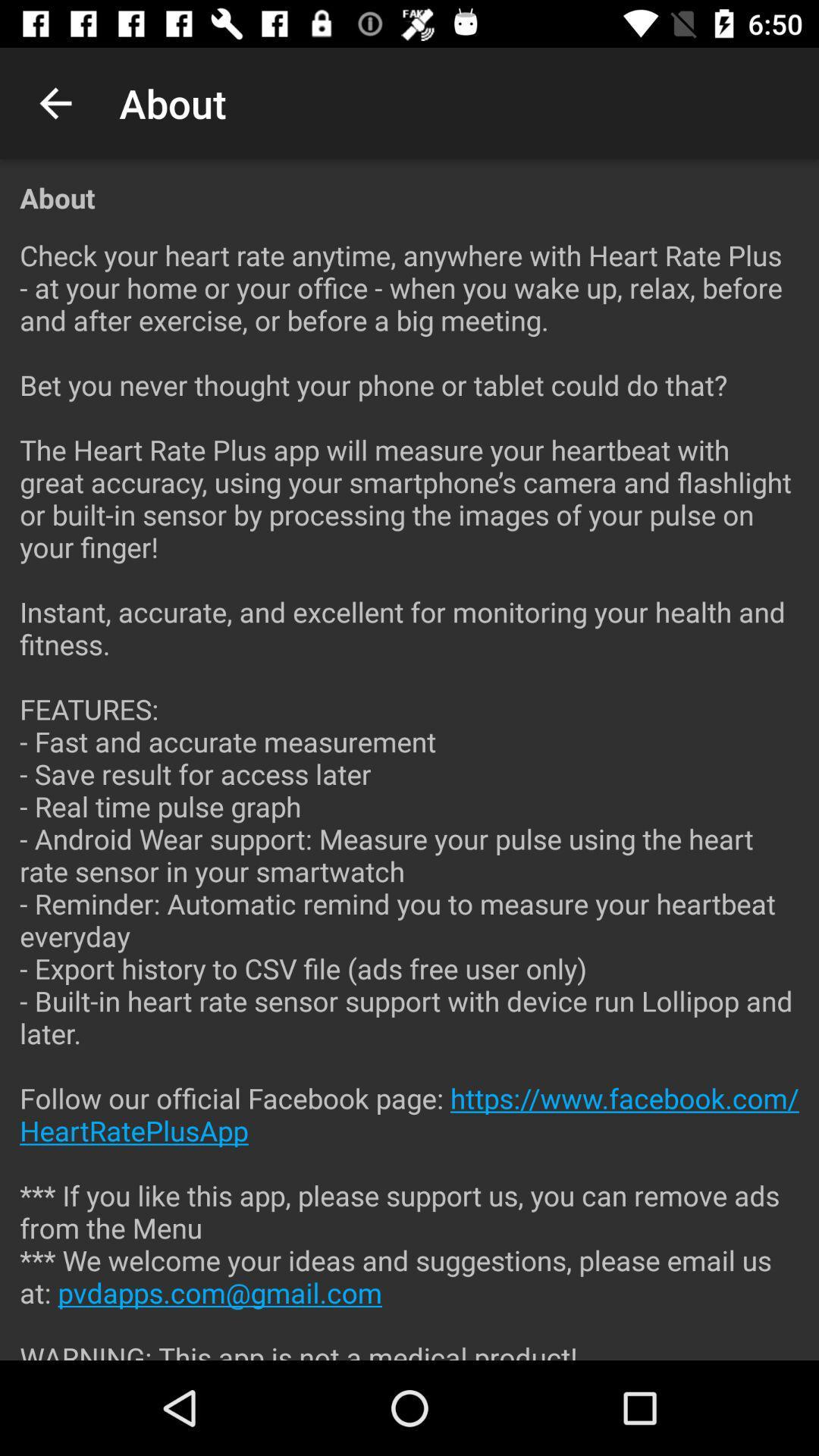  I want to click on the check your heart icon, so click(409, 788).